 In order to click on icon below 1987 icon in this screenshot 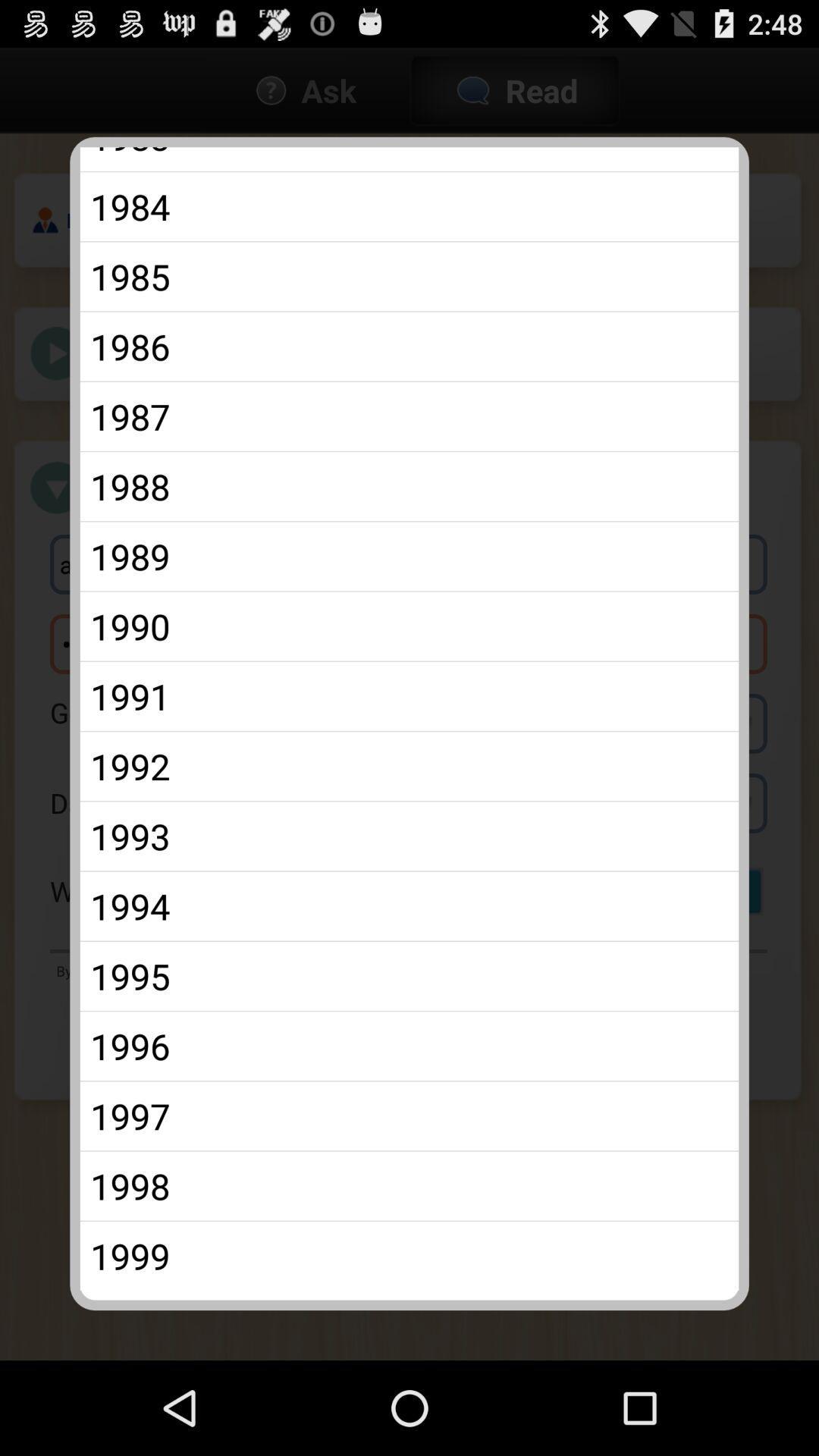, I will do `click(409, 486)`.